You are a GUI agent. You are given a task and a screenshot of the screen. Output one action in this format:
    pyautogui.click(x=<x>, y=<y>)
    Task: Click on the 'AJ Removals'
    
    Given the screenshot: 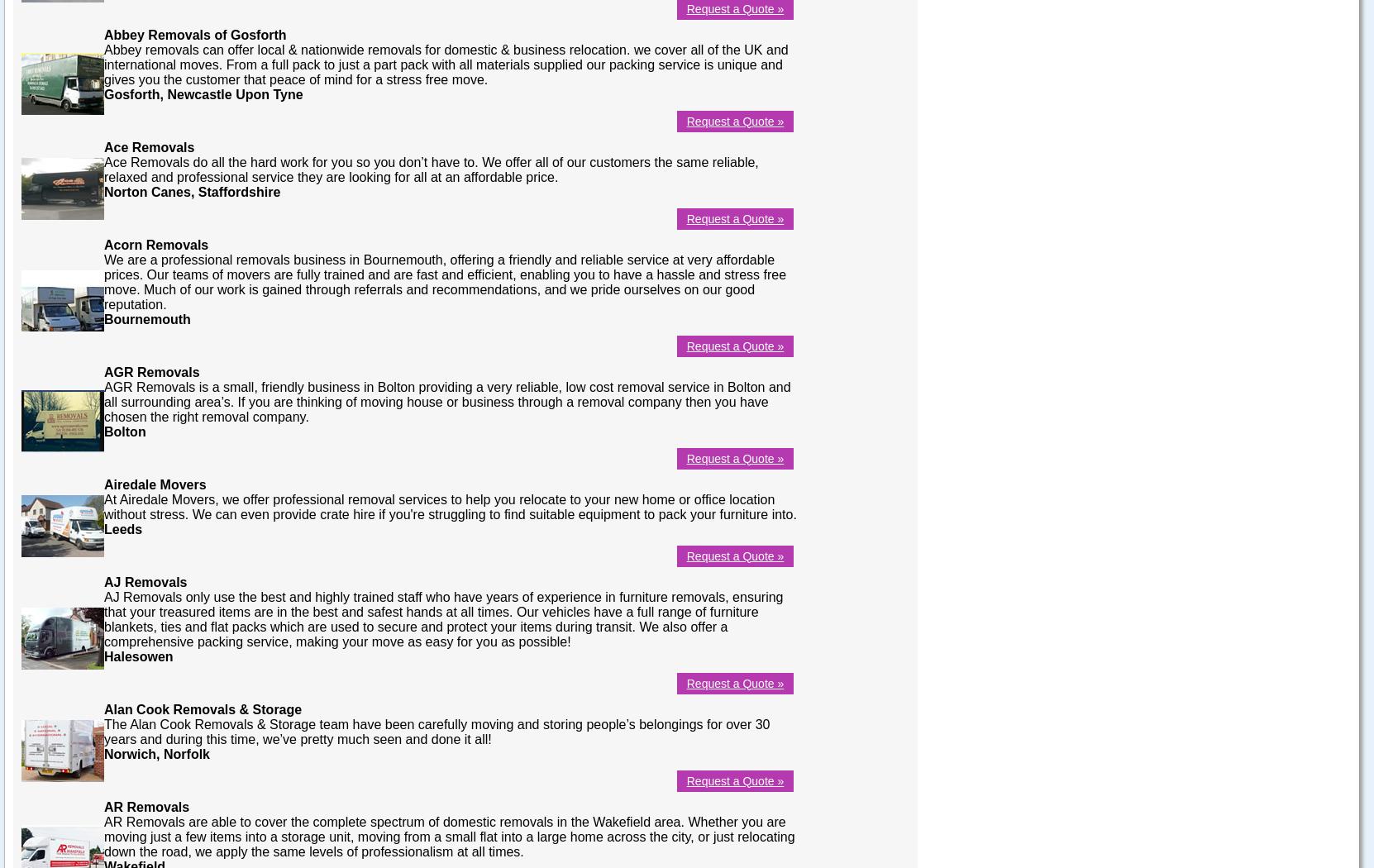 What is the action you would take?
    pyautogui.click(x=145, y=581)
    